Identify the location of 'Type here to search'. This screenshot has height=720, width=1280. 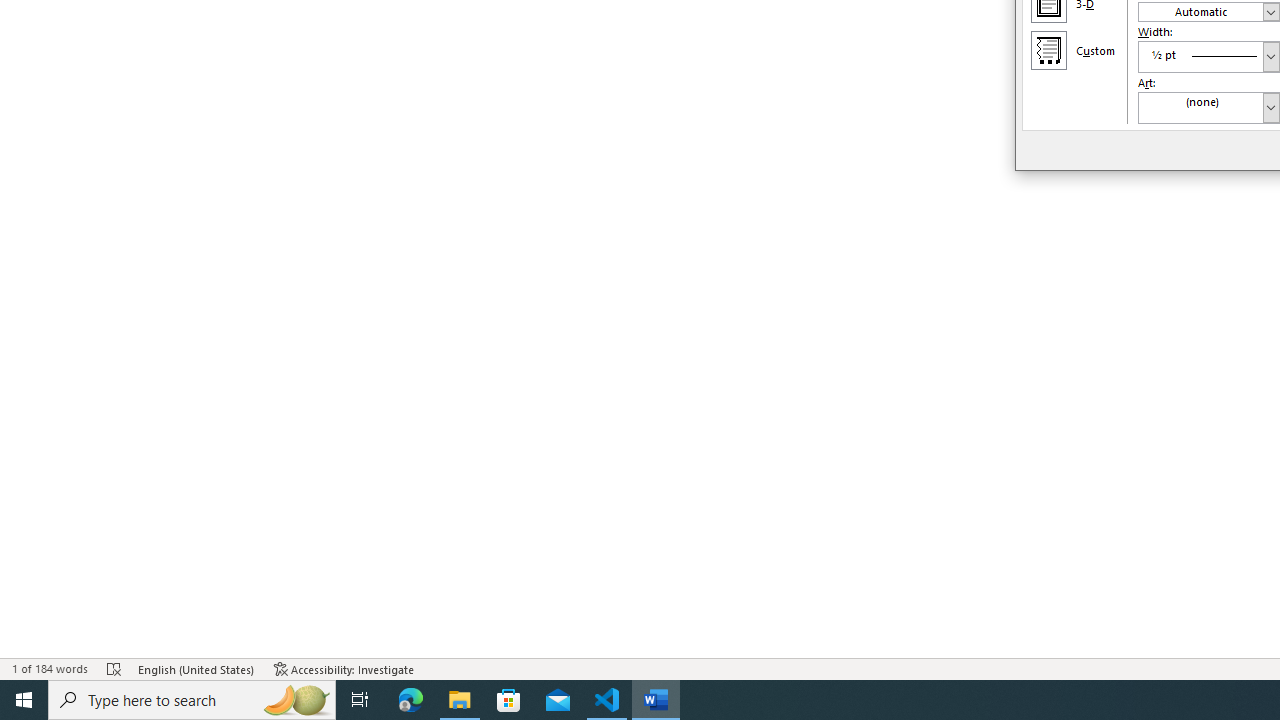
(192, 698).